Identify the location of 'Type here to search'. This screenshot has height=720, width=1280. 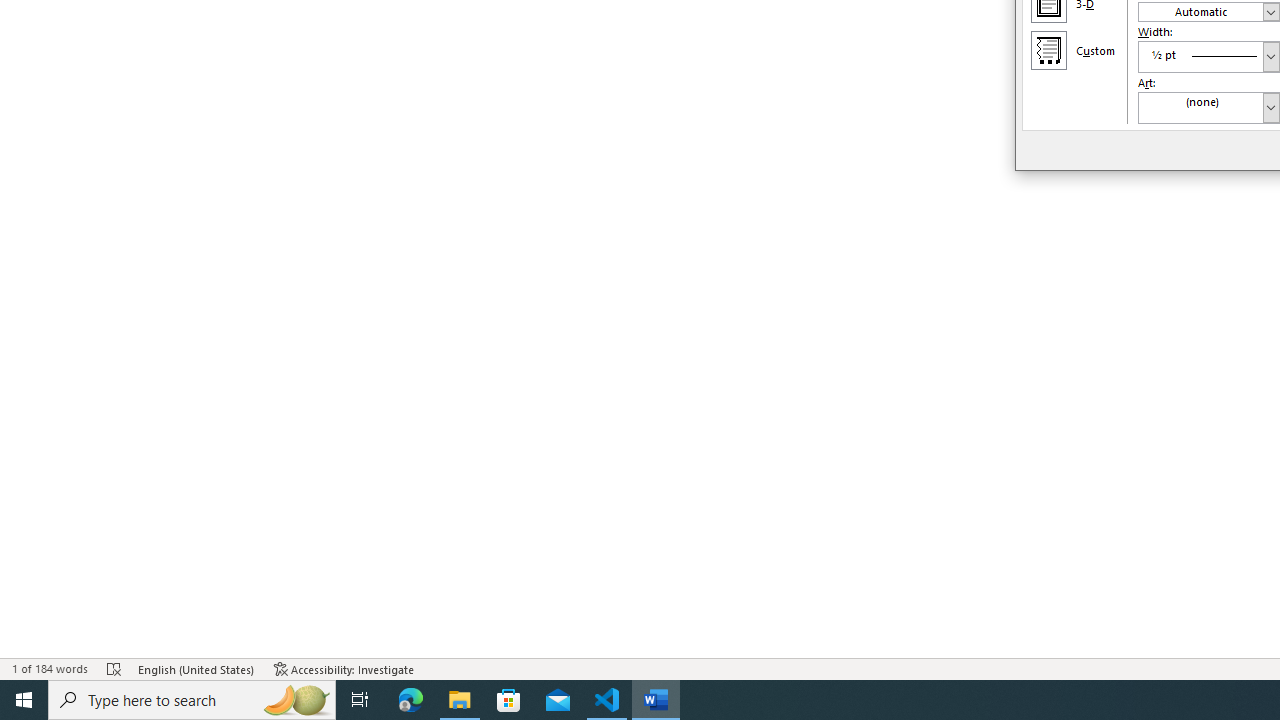
(192, 698).